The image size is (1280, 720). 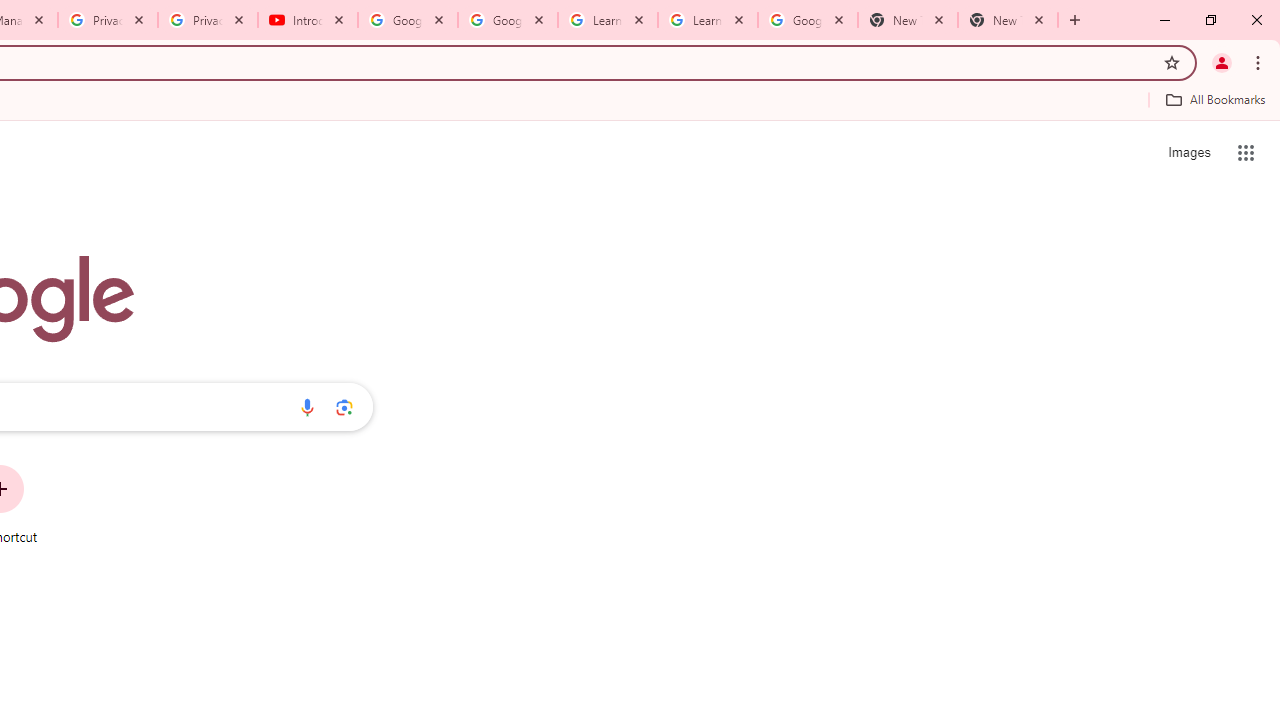 What do you see at coordinates (307, 20) in the screenshot?
I see `'Introduction | Google Privacy Policy - YouTube'` at bounding box center [307, 20].